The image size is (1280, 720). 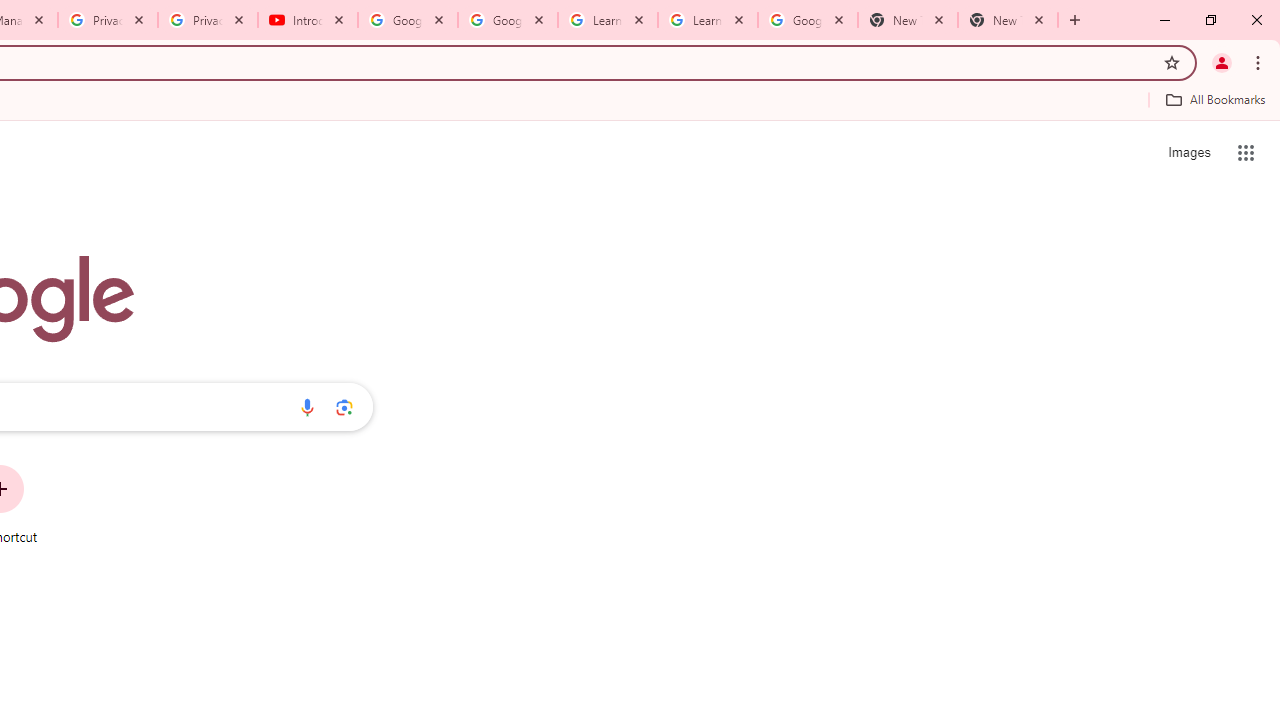 What do you see at coordinates (307, 20) in the screenshot?
I see `'Introduction | Google Privacy Policy - YouTube'` at bounding box center [307, 20].